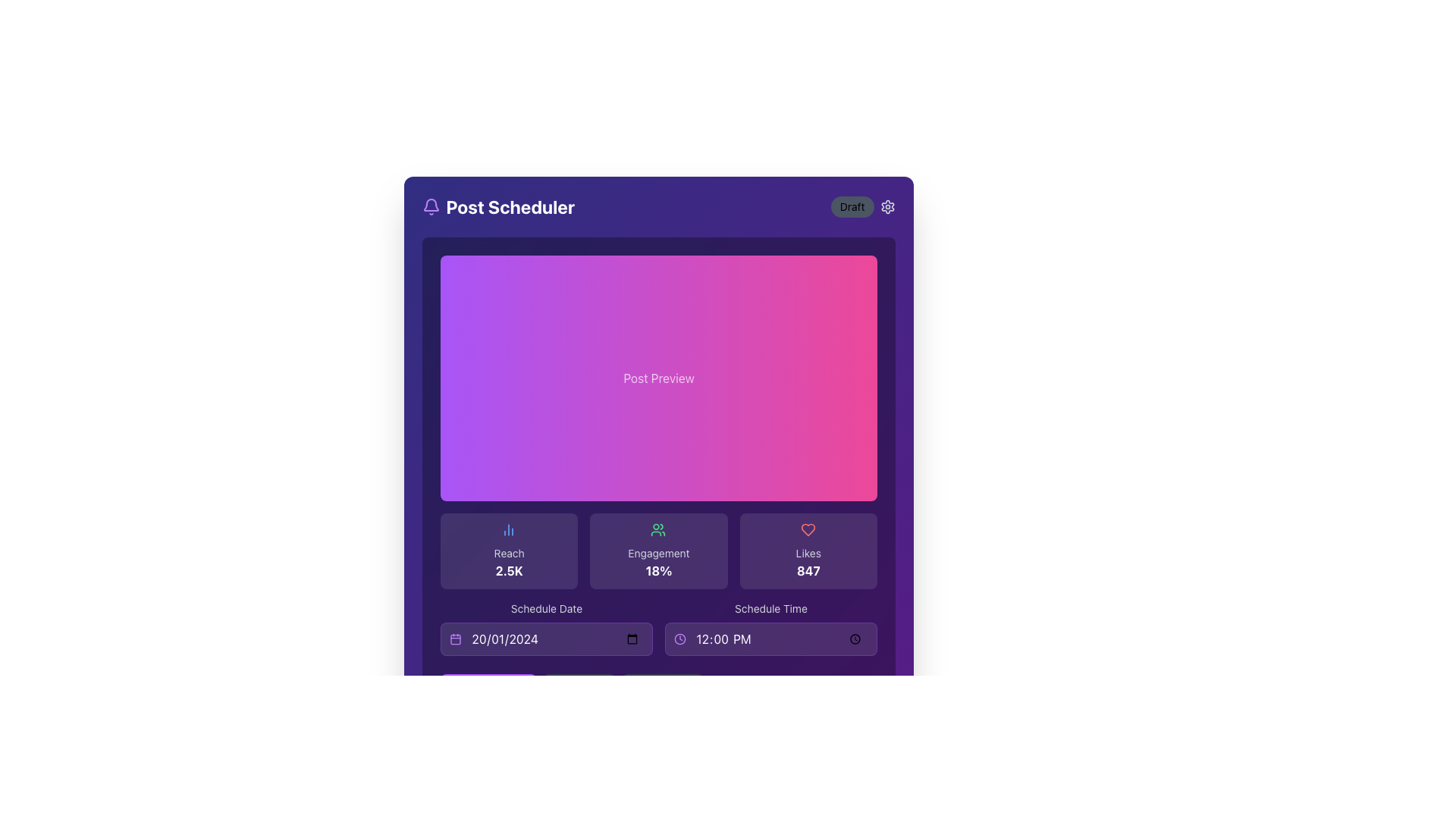 The width and height of the screenshot is (1456, 819). Describe the element at coordinates (863, 207) in the screenshot. I see `the 'Draft' status indicator badge located in the top-right corner of the main interface, adjacent to the settings icon and aligned with the 'Post Scheduler' title` at that location.